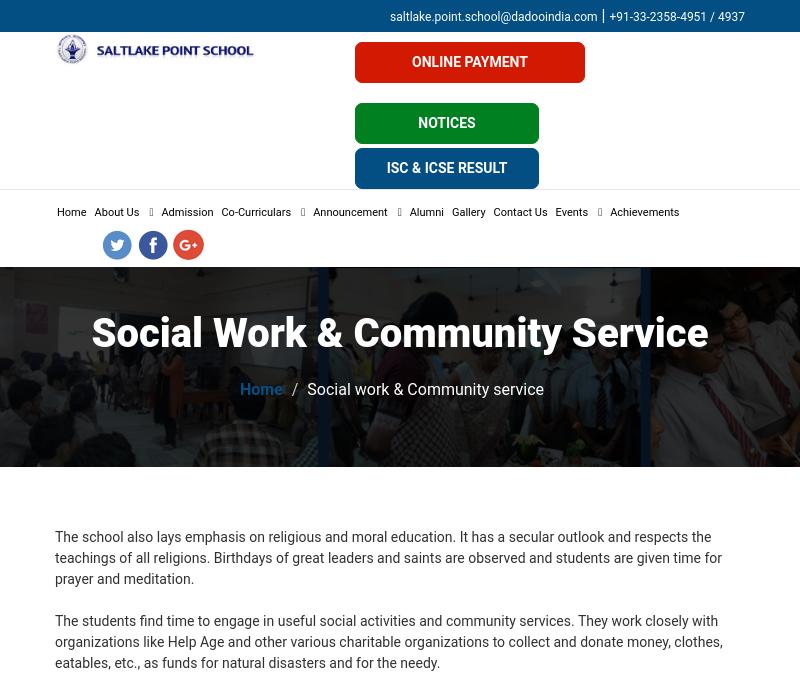 Image resolution: width=800 pixels, height=690 pixels. Describe the element at coordinates (445, 168) in the screenshot. I see `'ISC & ICSE RESULT'` at that location.